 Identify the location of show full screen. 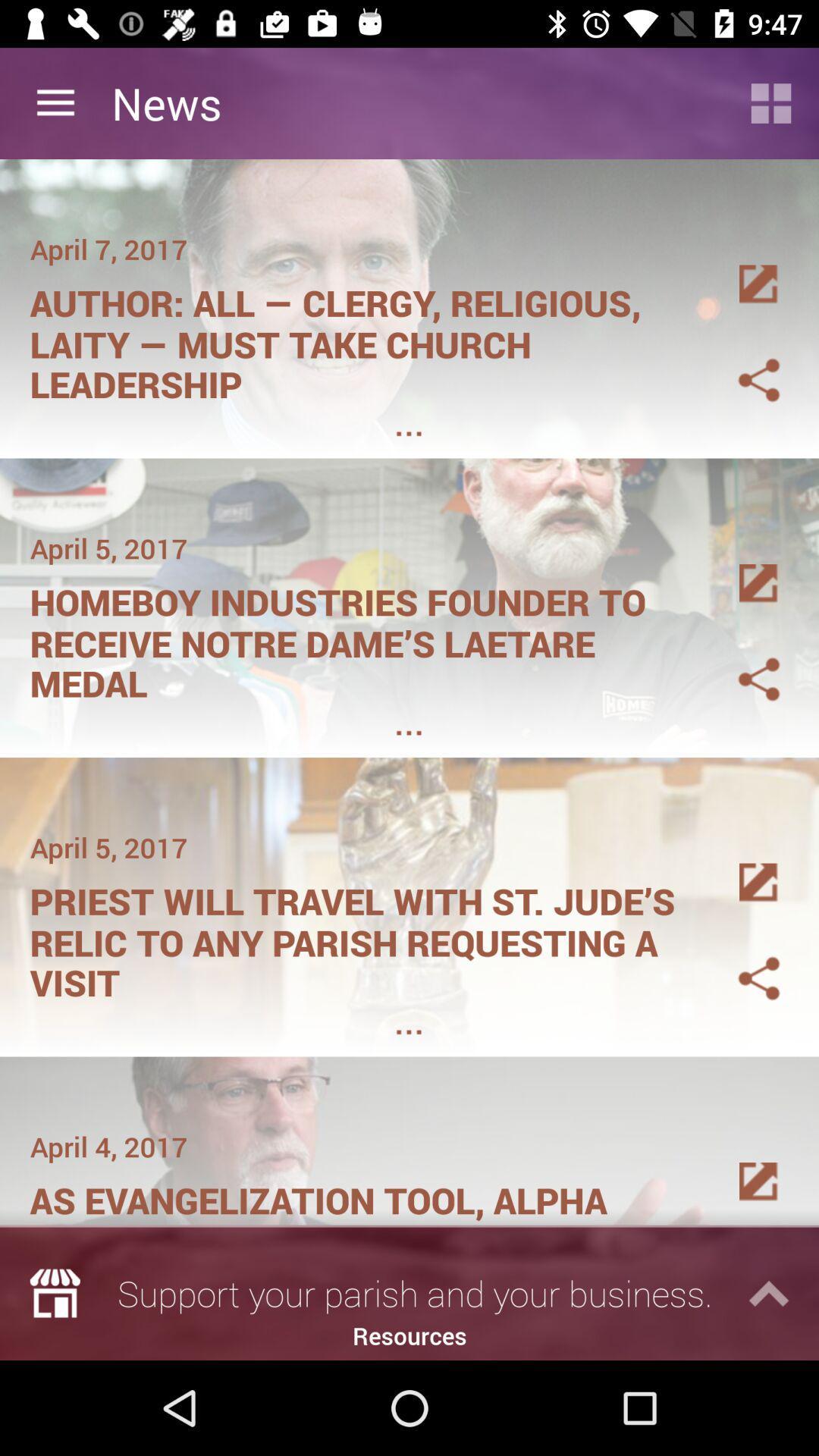
(740, 864).